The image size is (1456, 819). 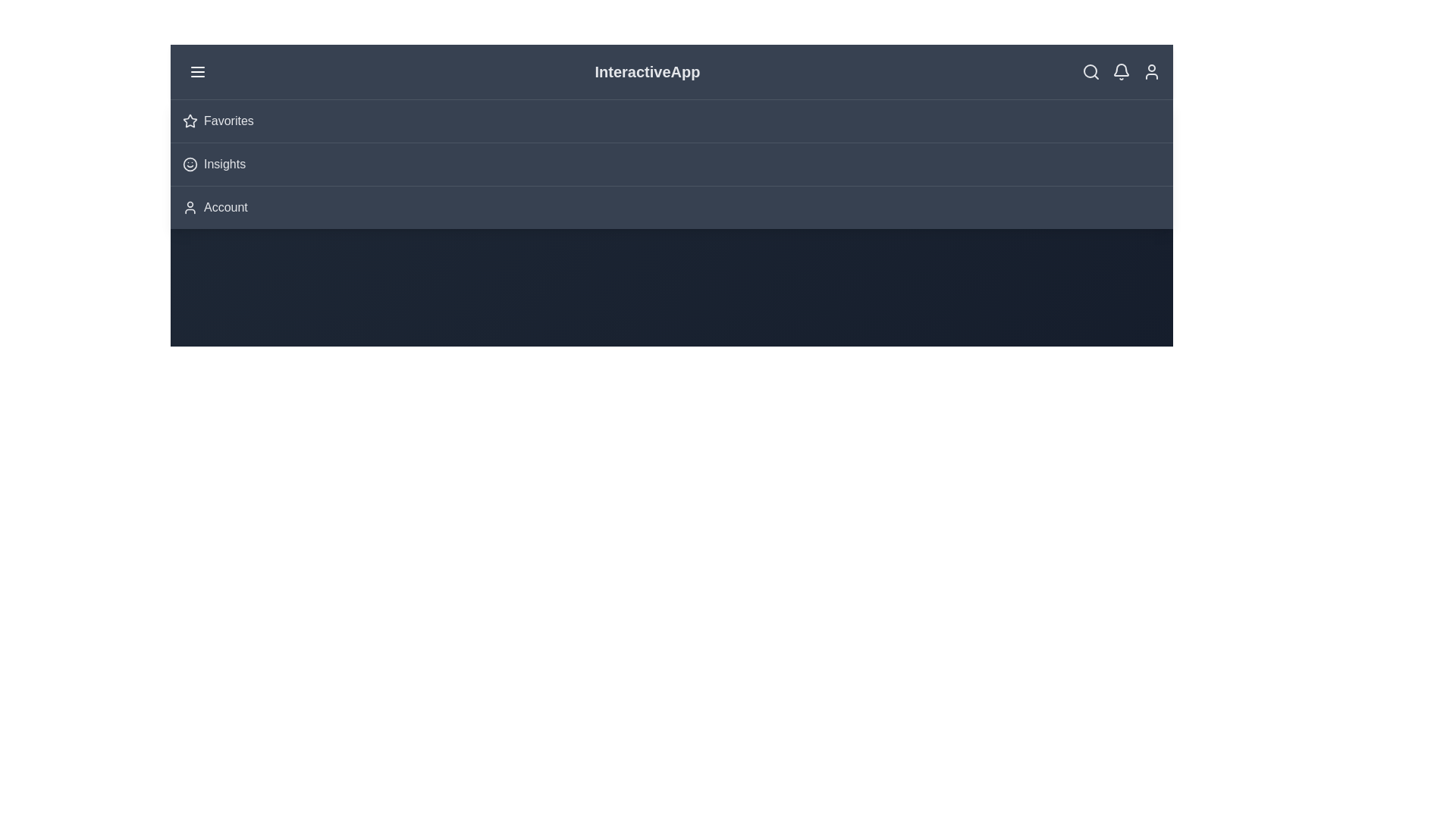 I want to click on the user icon to access user-related actions, so click(x=1151, y=72).